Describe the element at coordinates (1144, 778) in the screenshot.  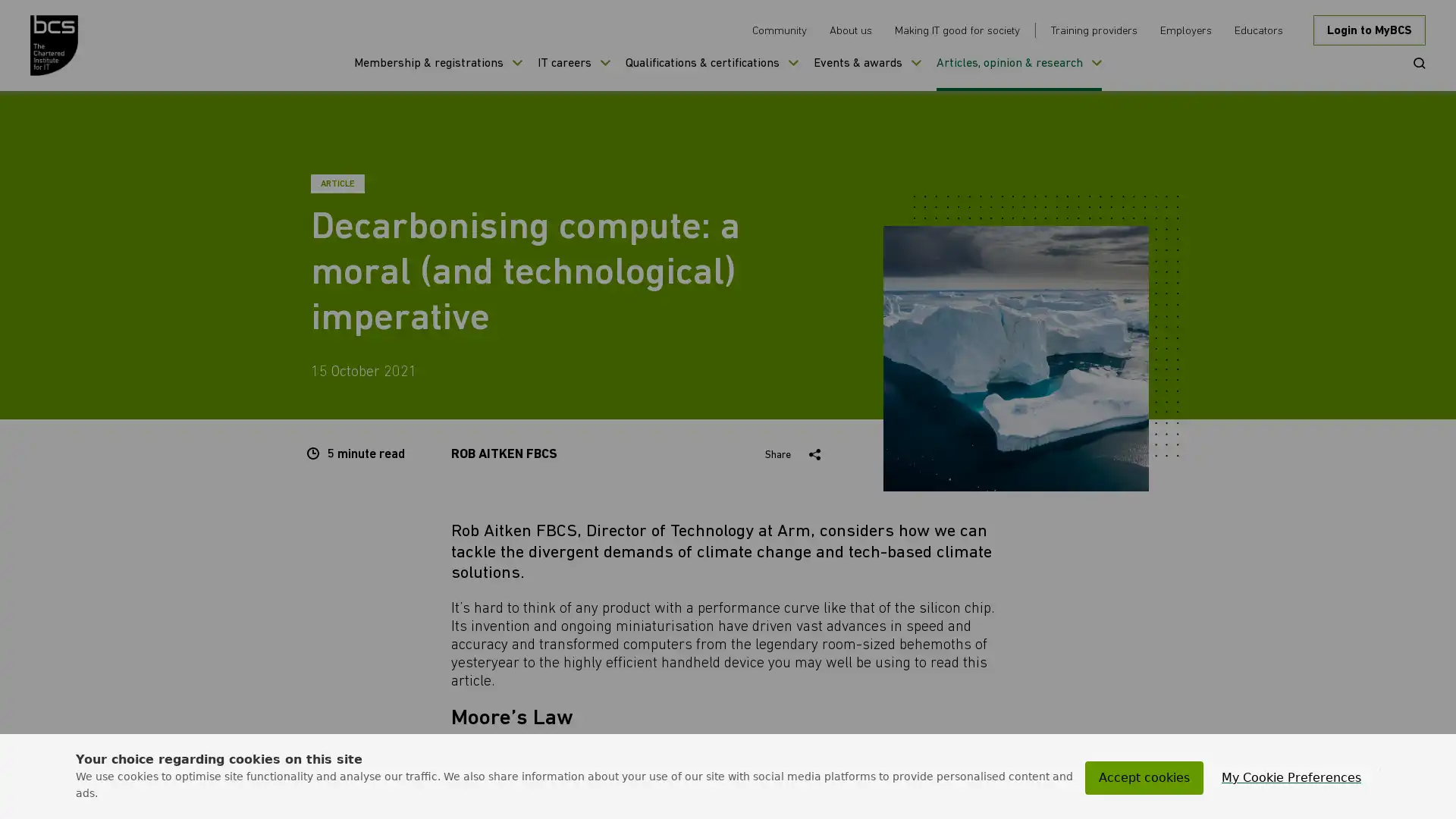
I see `Accept cookies` at that location.